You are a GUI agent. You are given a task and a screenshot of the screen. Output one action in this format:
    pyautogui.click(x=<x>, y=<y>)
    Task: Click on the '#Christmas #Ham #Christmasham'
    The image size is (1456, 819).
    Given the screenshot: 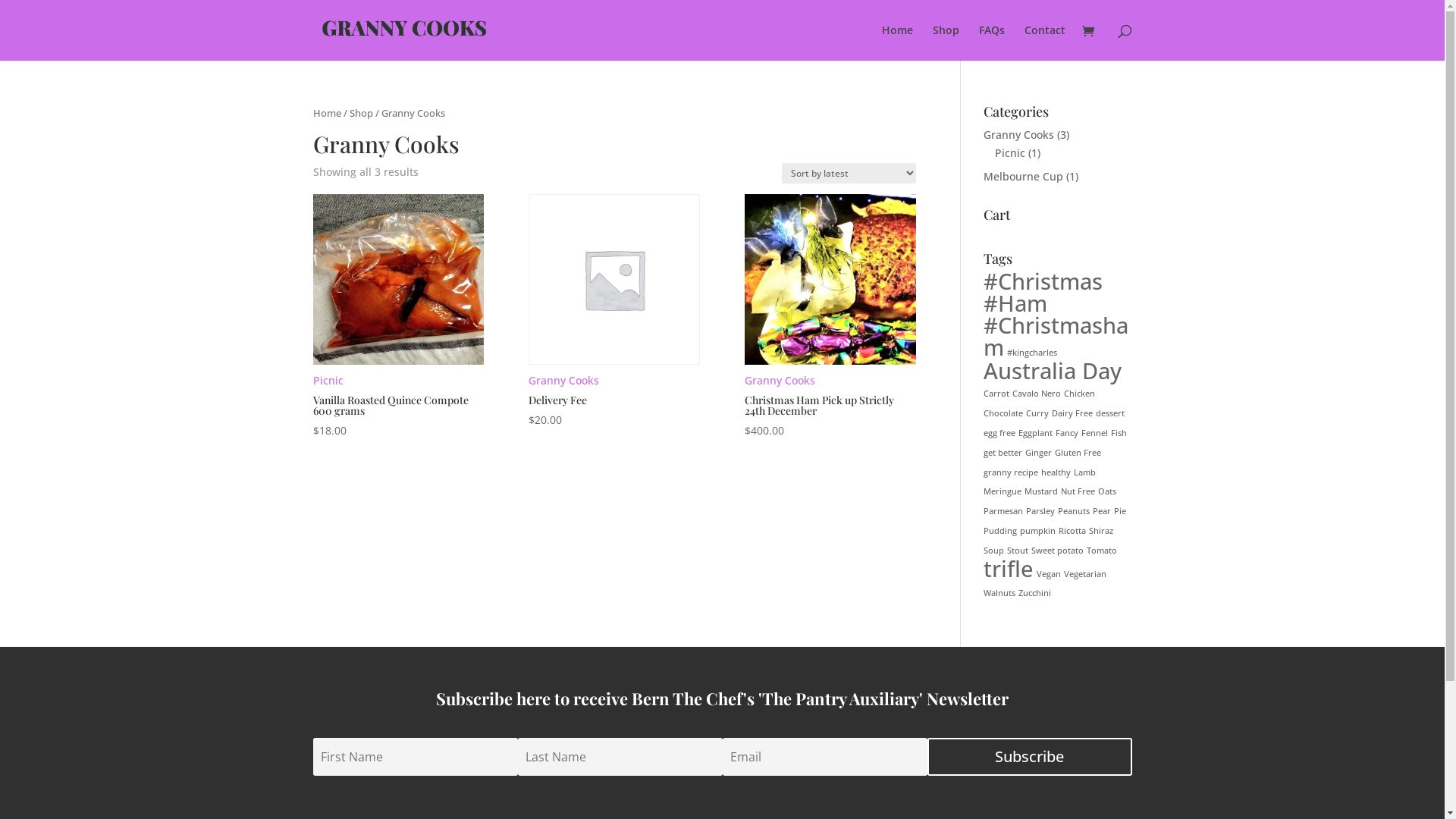 What is the action you would take?
    pyautogui.click(x=1055, y=312)
    